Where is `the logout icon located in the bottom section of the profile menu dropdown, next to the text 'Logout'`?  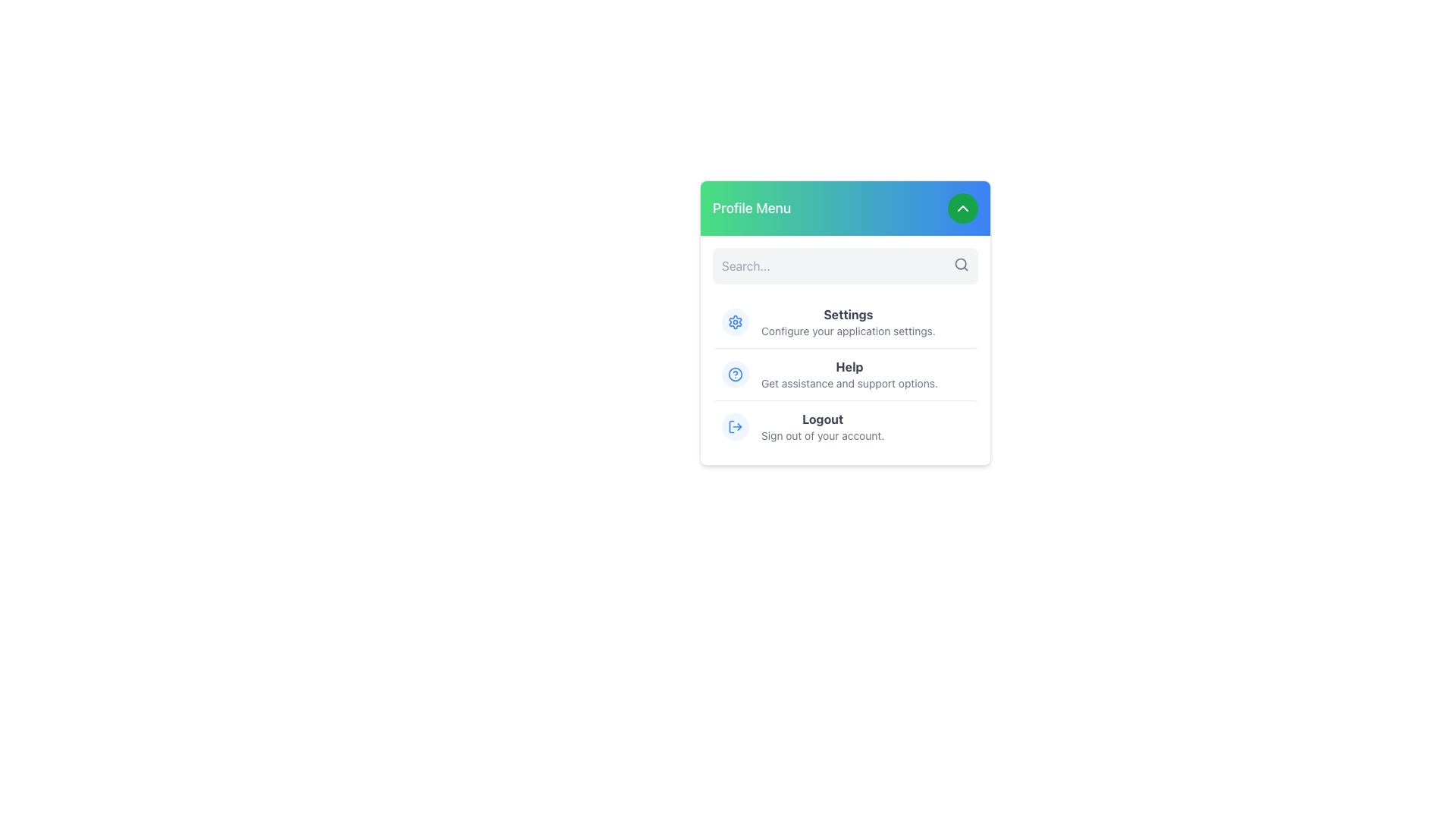
the logout icon located in the bottom section of the profile menu dropdown, next to the text 'Logout' is located at coordinates (735, 427).